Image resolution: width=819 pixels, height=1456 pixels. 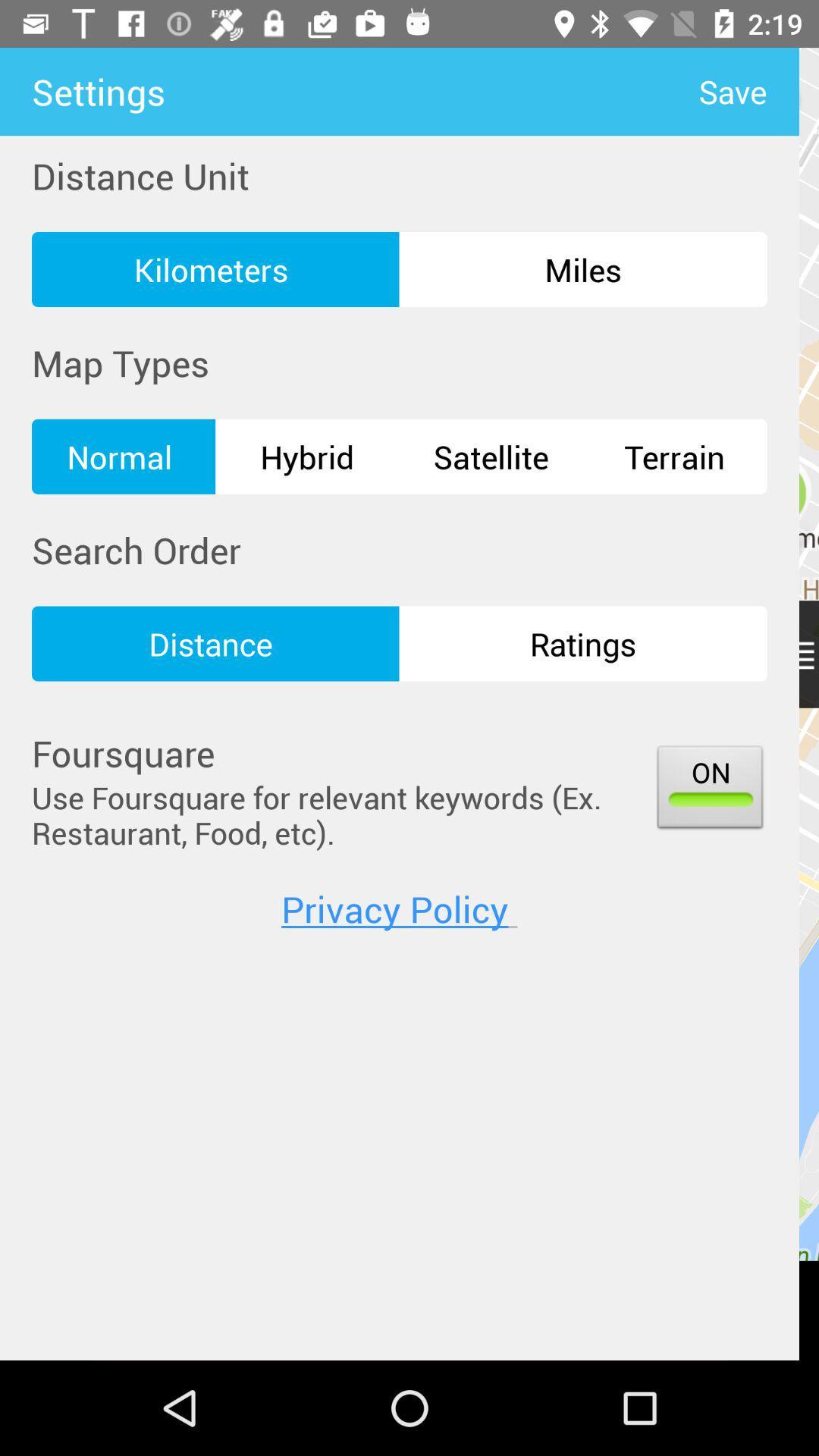 What do you see at coordinates (710, 789) in the screenshot?
I see `on icon` at bounding box center [710, 789].